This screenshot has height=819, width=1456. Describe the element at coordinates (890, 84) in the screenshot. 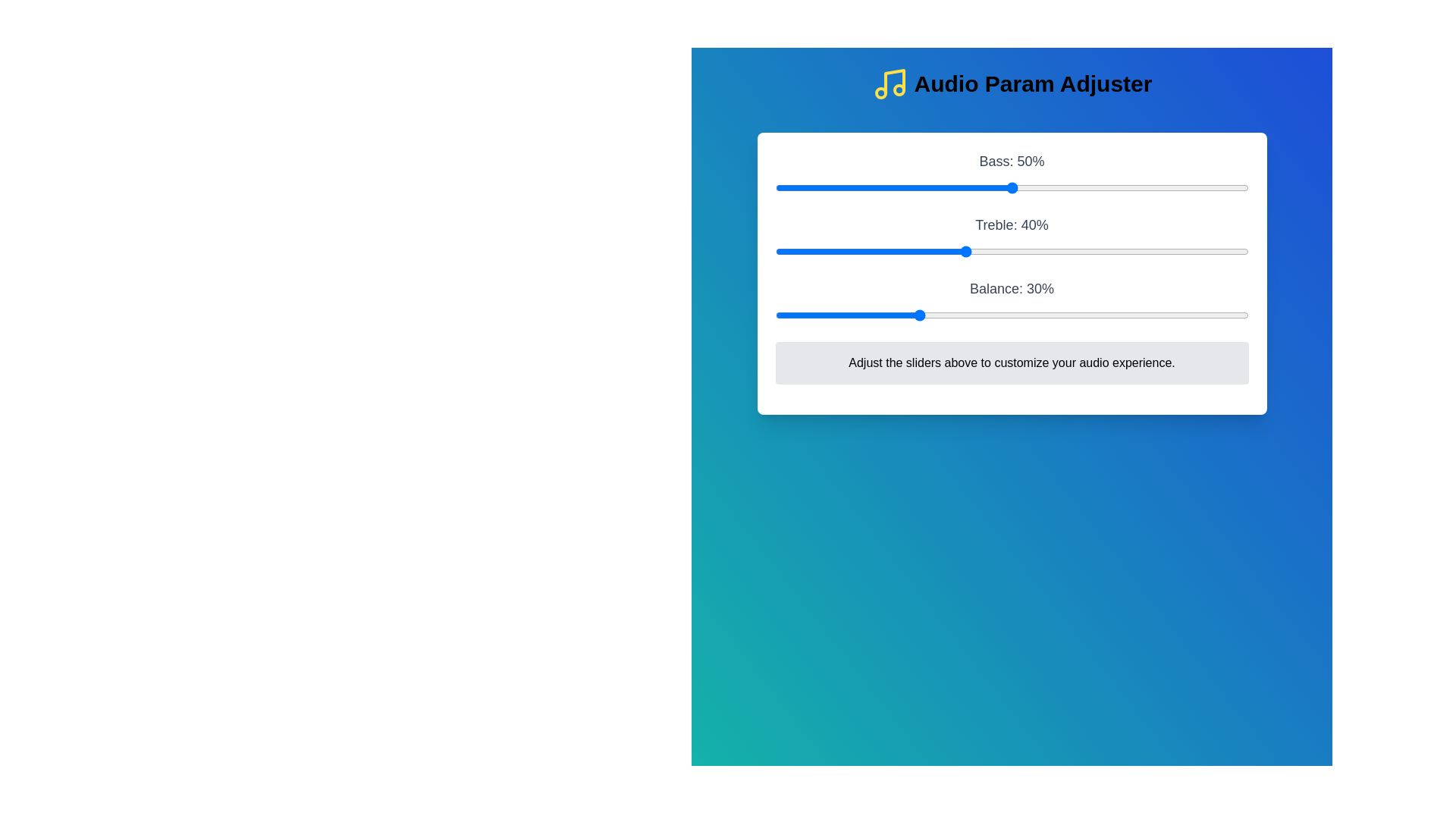

I see `the music note icon next to the 'Audio Param Adjuster' header` at that location.